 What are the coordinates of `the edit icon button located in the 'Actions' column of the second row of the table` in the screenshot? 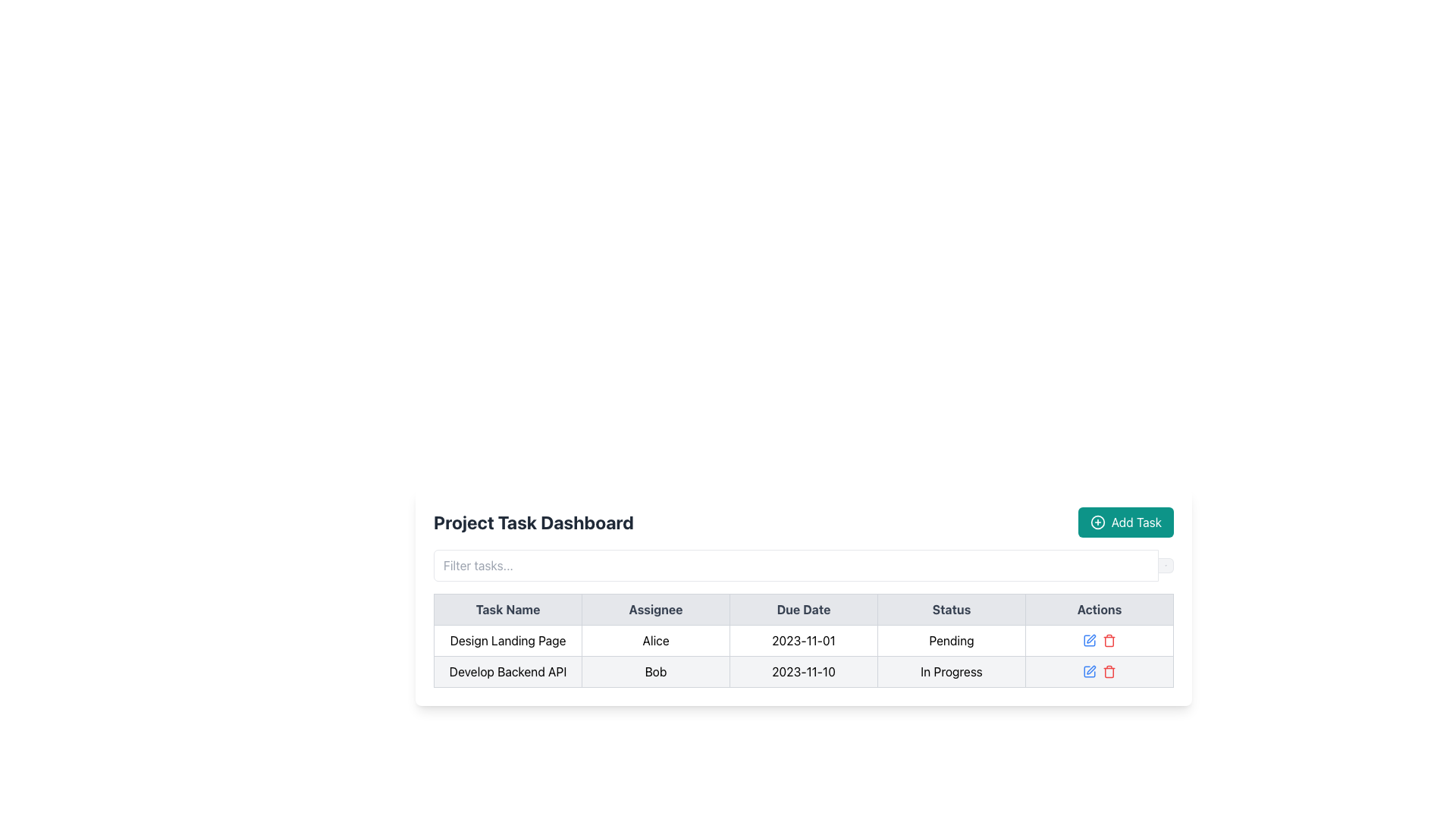 It's located at (1088, 640).